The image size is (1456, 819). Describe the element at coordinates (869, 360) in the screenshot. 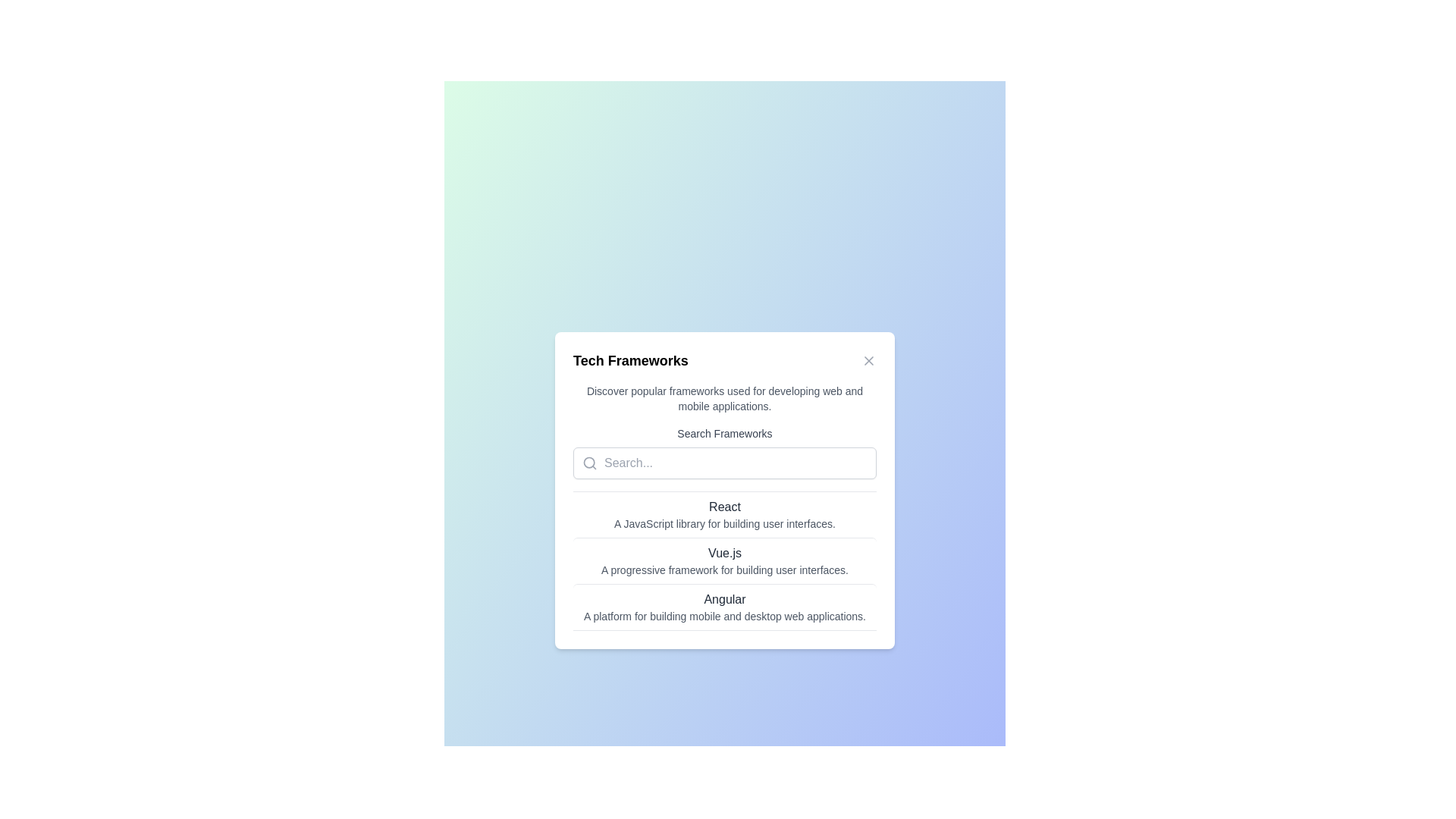

I see `the close button located on the far right of the header bar for the 'Tech Frameworks' dialog` at that location.